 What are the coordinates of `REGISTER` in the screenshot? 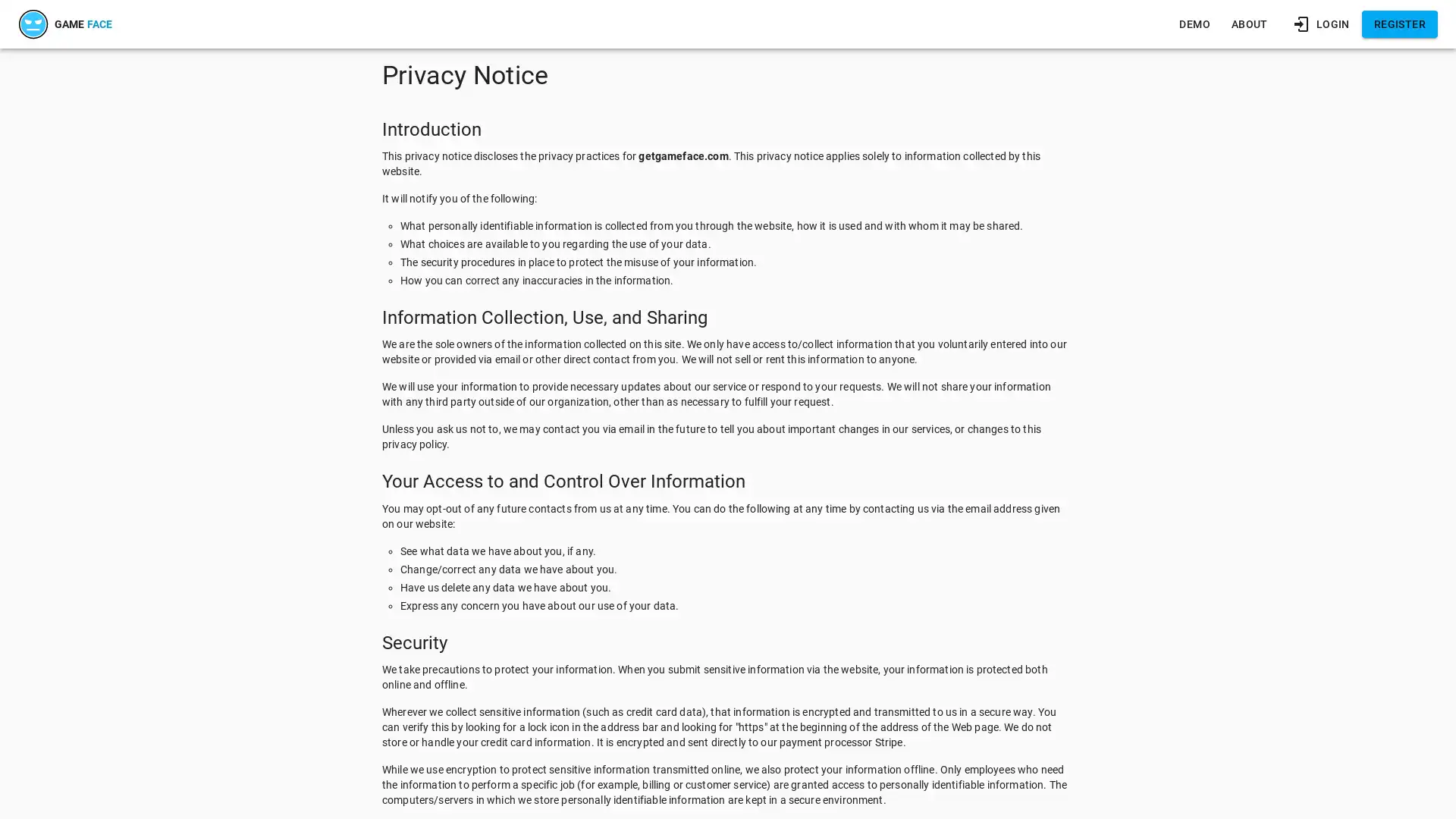 It's located at (1398, 24).